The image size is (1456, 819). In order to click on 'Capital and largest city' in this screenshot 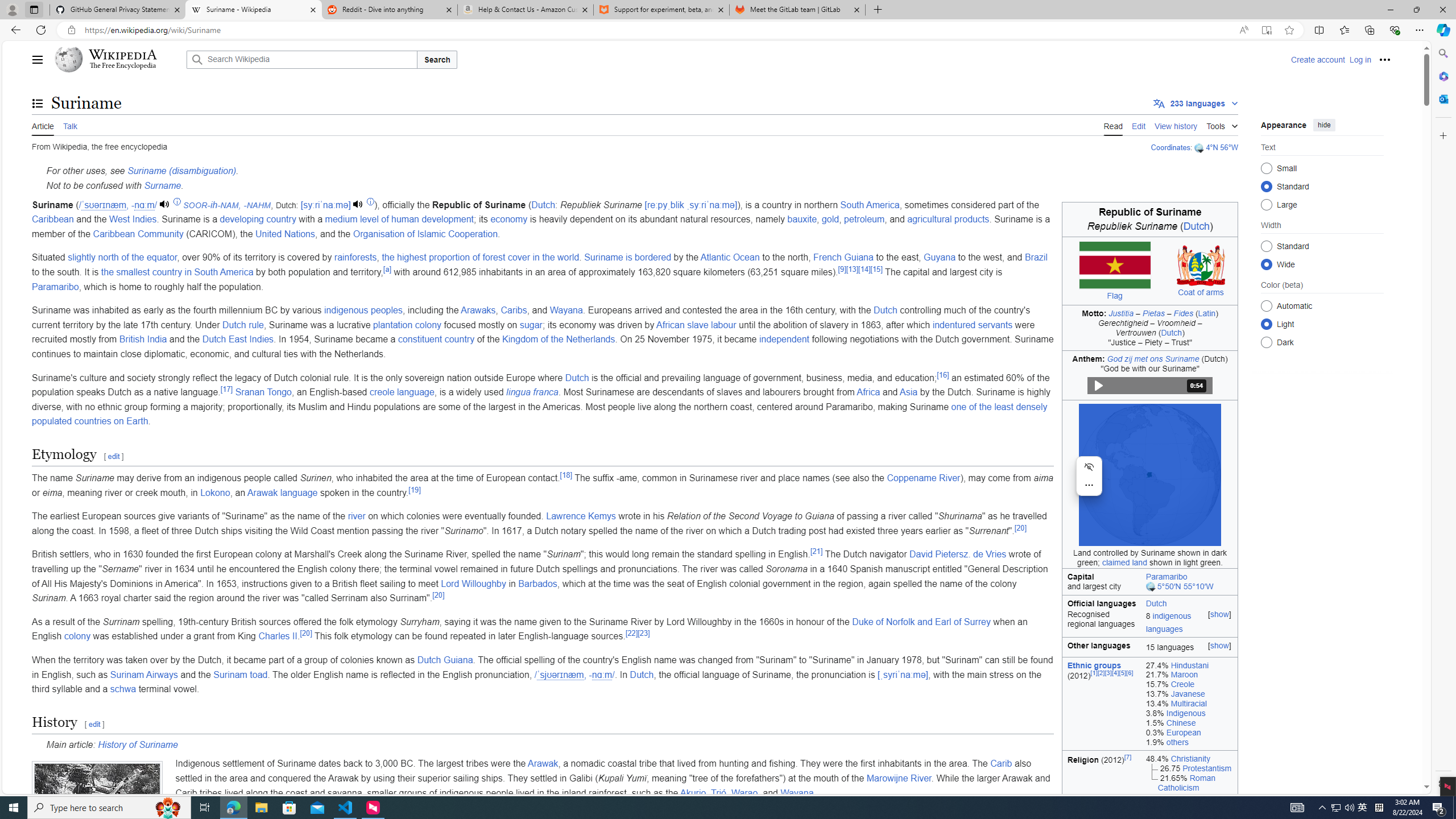, I will do `click(1101, 581)`.